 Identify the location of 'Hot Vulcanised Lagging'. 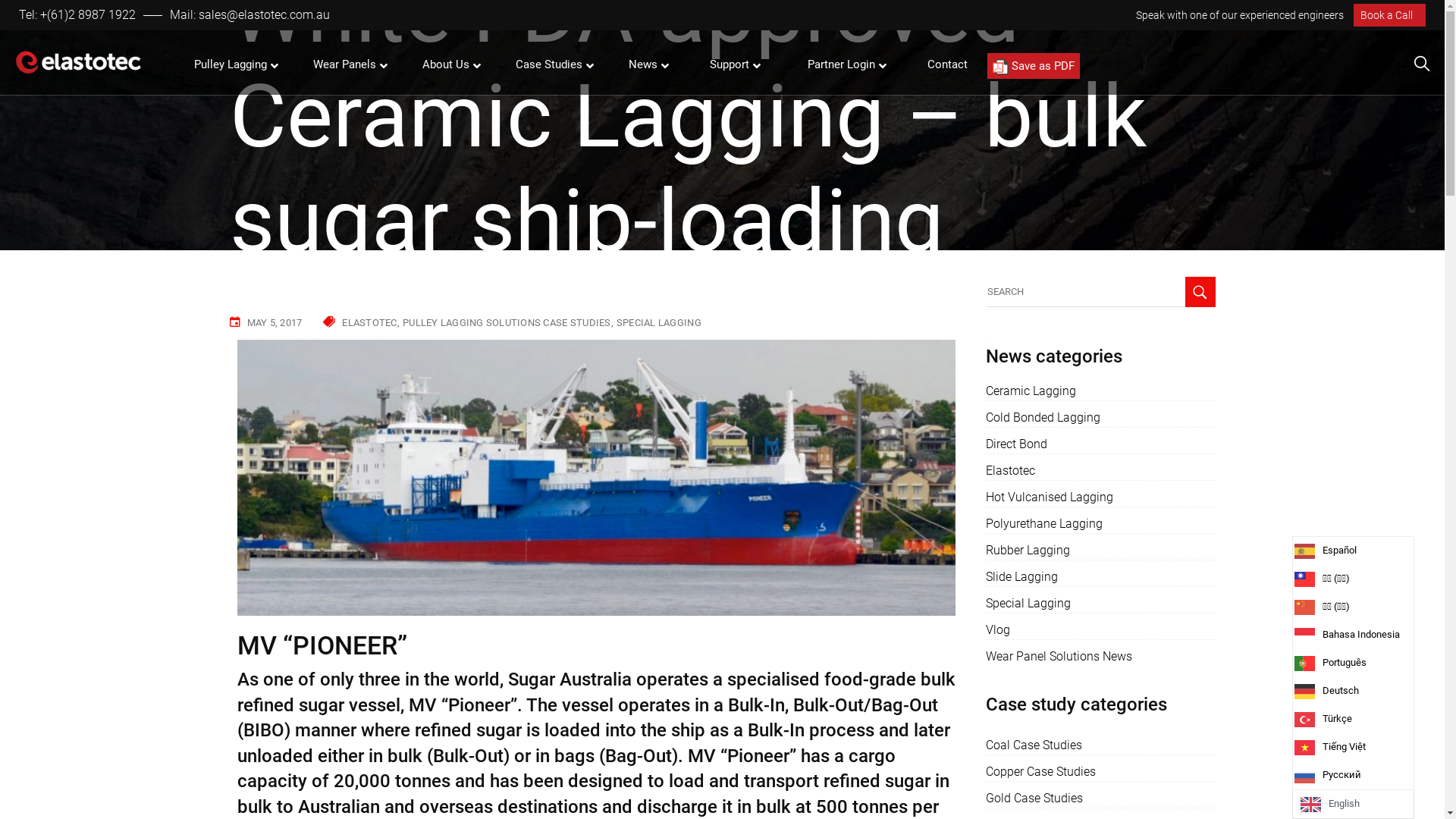
(1048, 497).